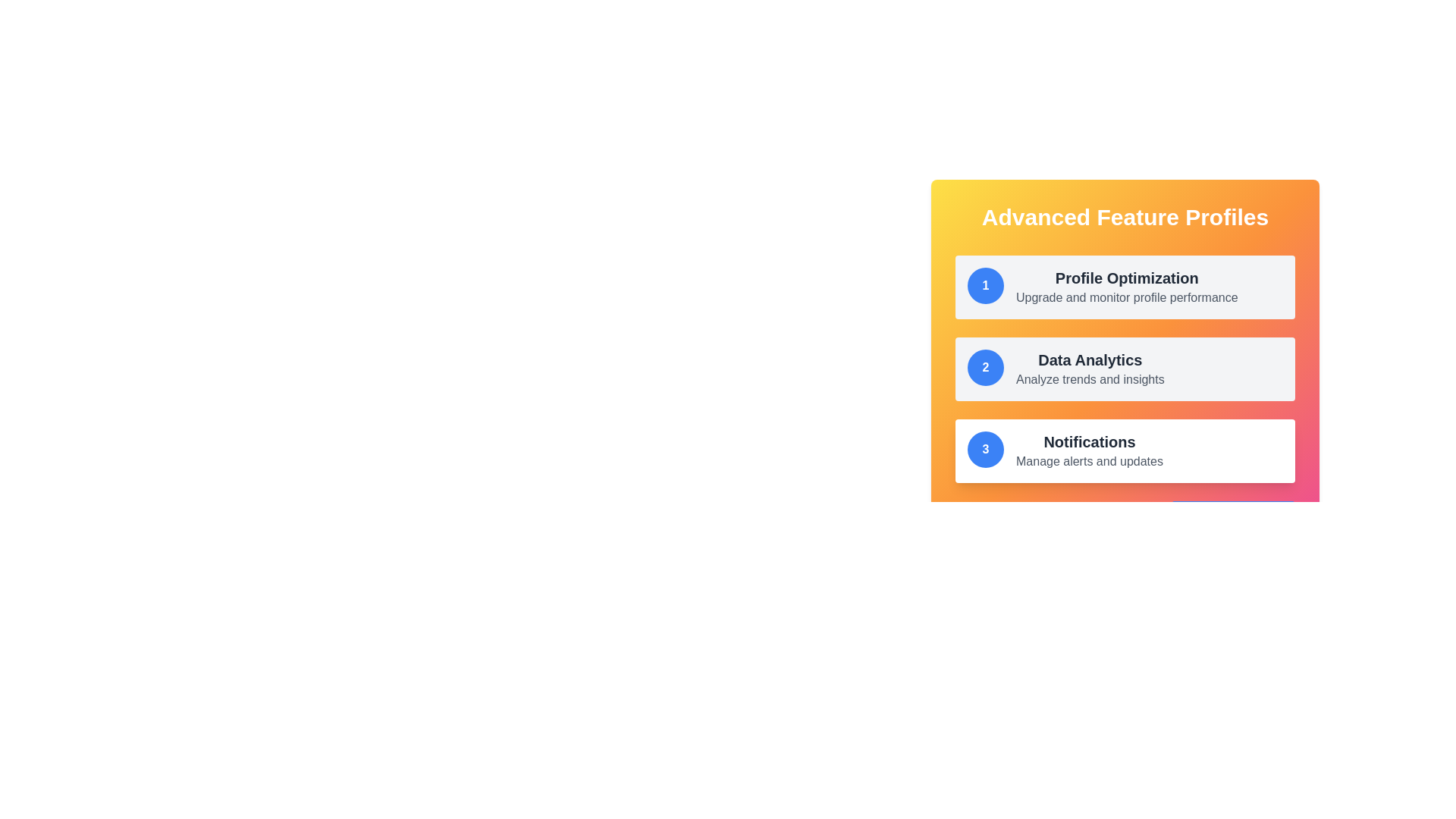 This screenshot has height=819, width=1456. What do you see at coordinates (1125, 331) in the screenshot?
I see `the categorized menu panel located in the upper right quadrant of the interface for navigation or informative purposes` at bounding box center [1125, 331].